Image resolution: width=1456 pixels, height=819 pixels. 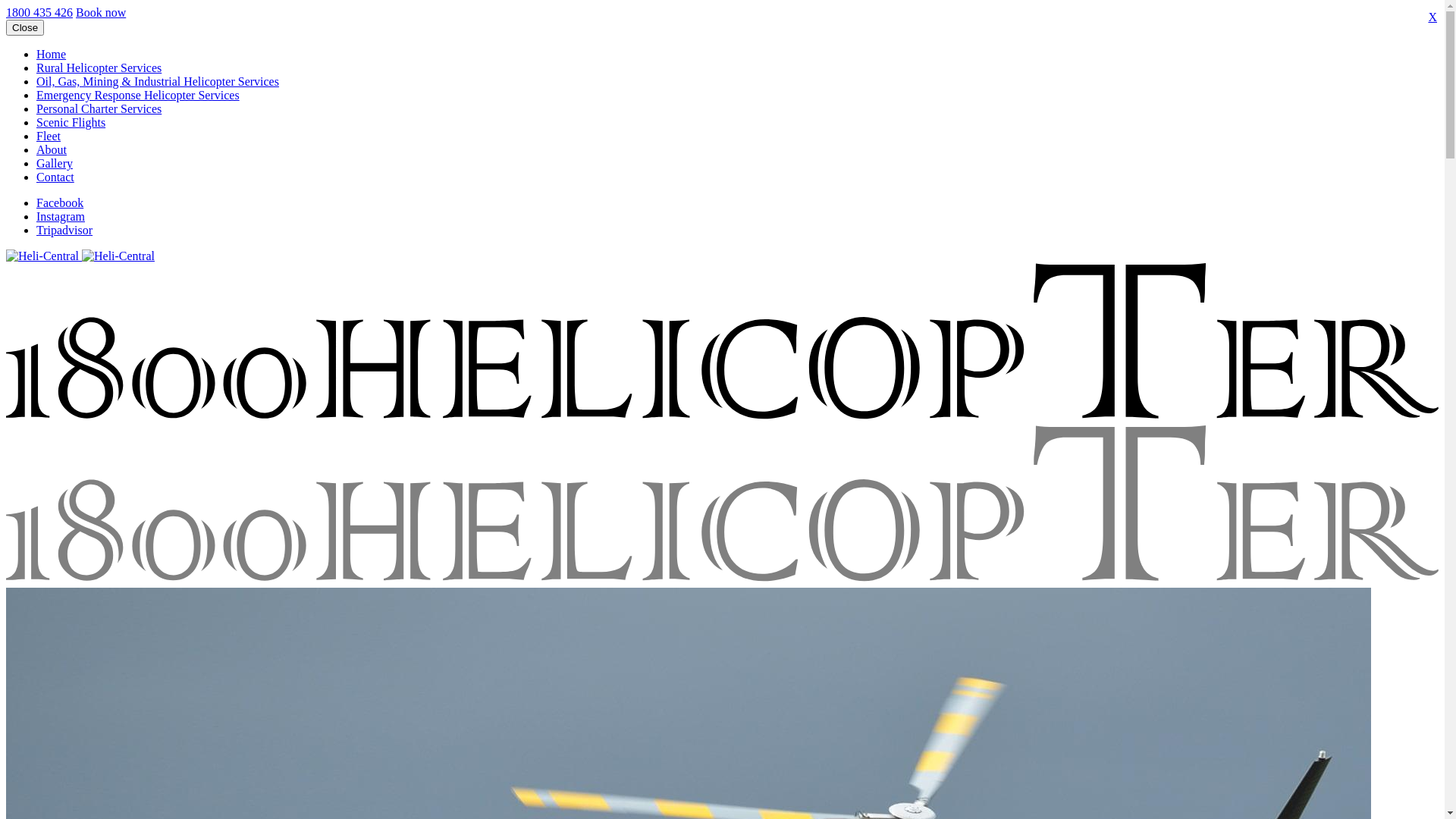 I want to click on 'Rural Helicopter Services', so click(x=98, y=67).